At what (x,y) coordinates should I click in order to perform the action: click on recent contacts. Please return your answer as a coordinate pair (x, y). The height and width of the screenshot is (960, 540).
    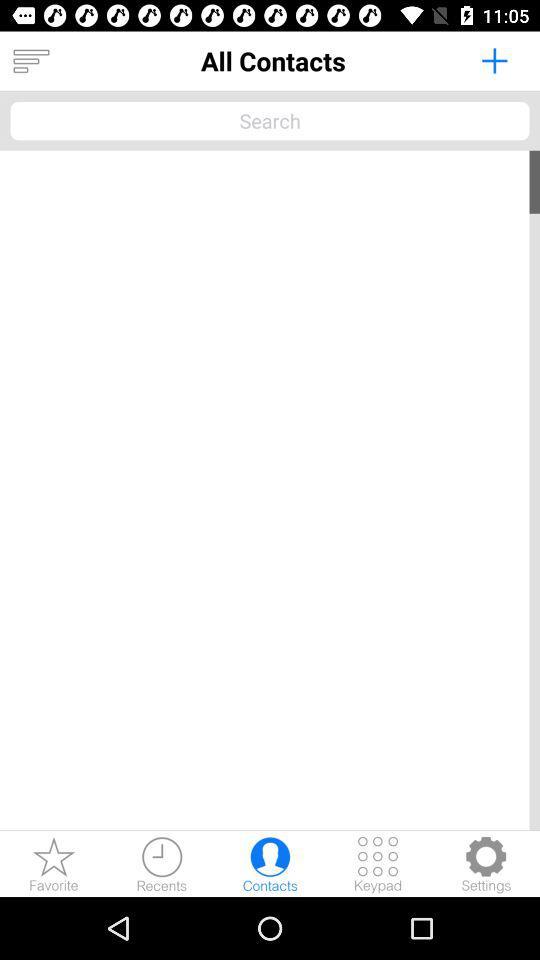
    Looking at the image, I should click on (161, 863).